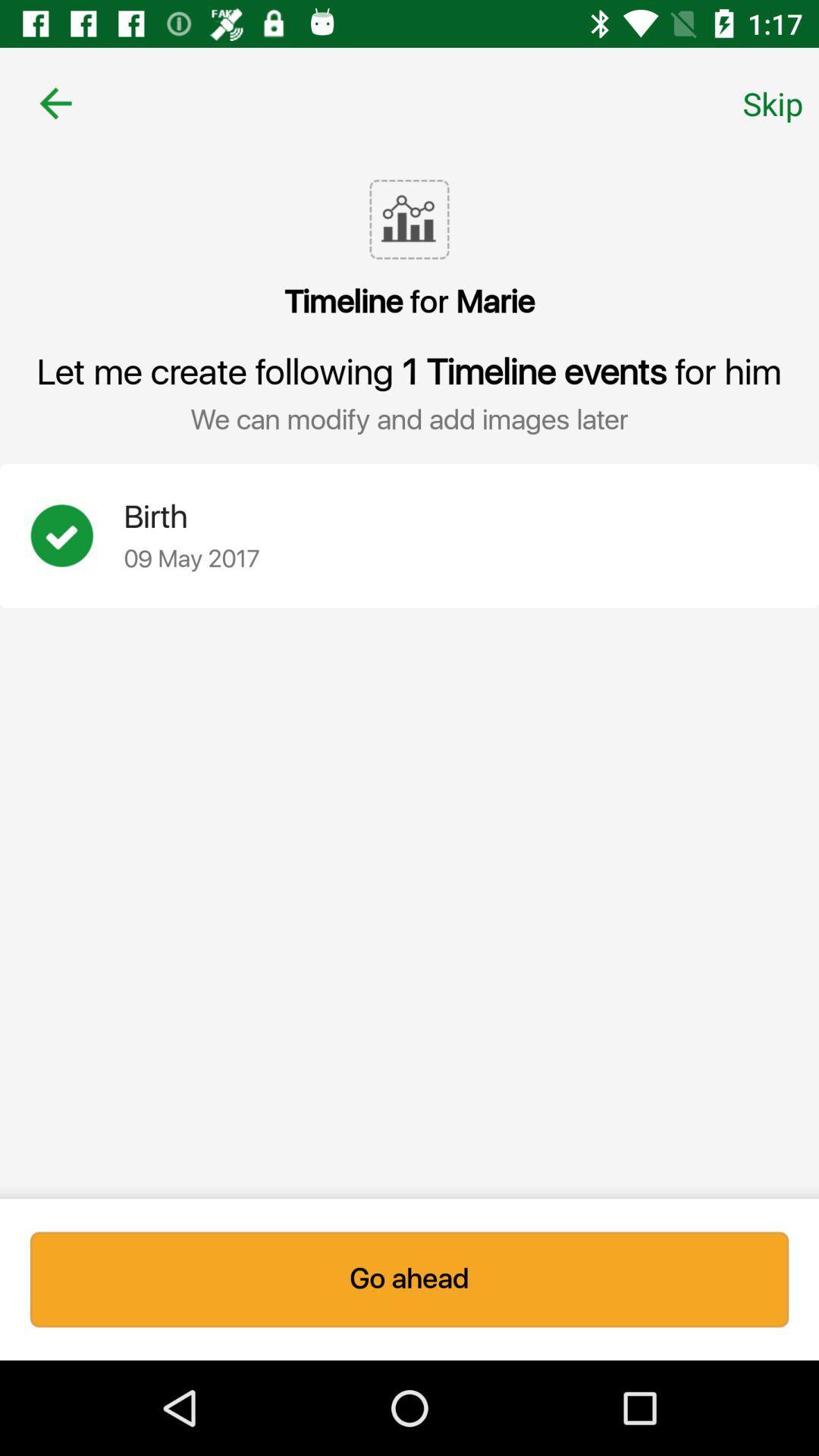 The width and height of the screenshot is (819, 1456). Describe the element at coordinates (55, 102) in the screenshot. I see `it will go back one page back` at that location.